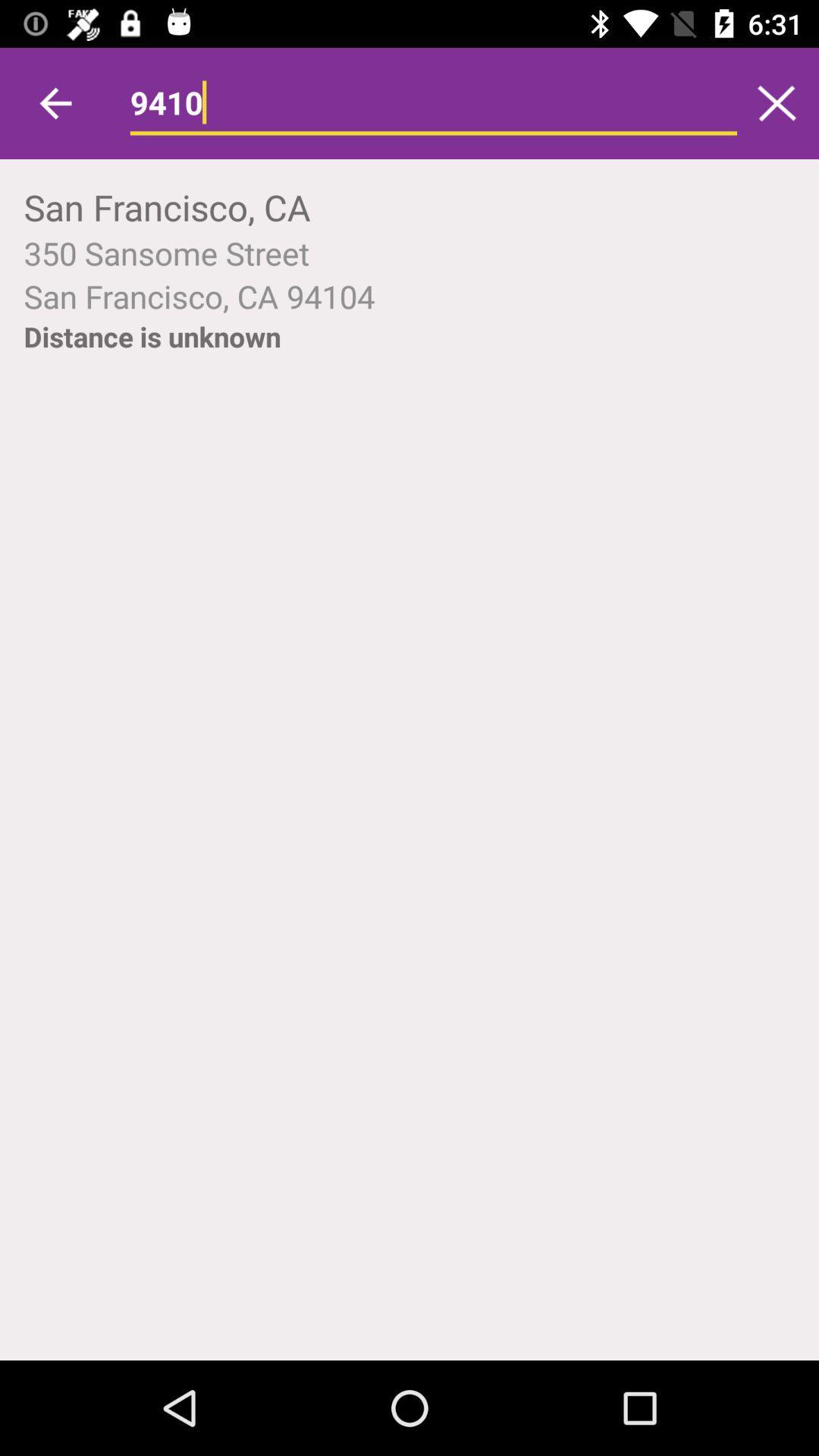  I want to click on clear search bar, so click(777, 102).